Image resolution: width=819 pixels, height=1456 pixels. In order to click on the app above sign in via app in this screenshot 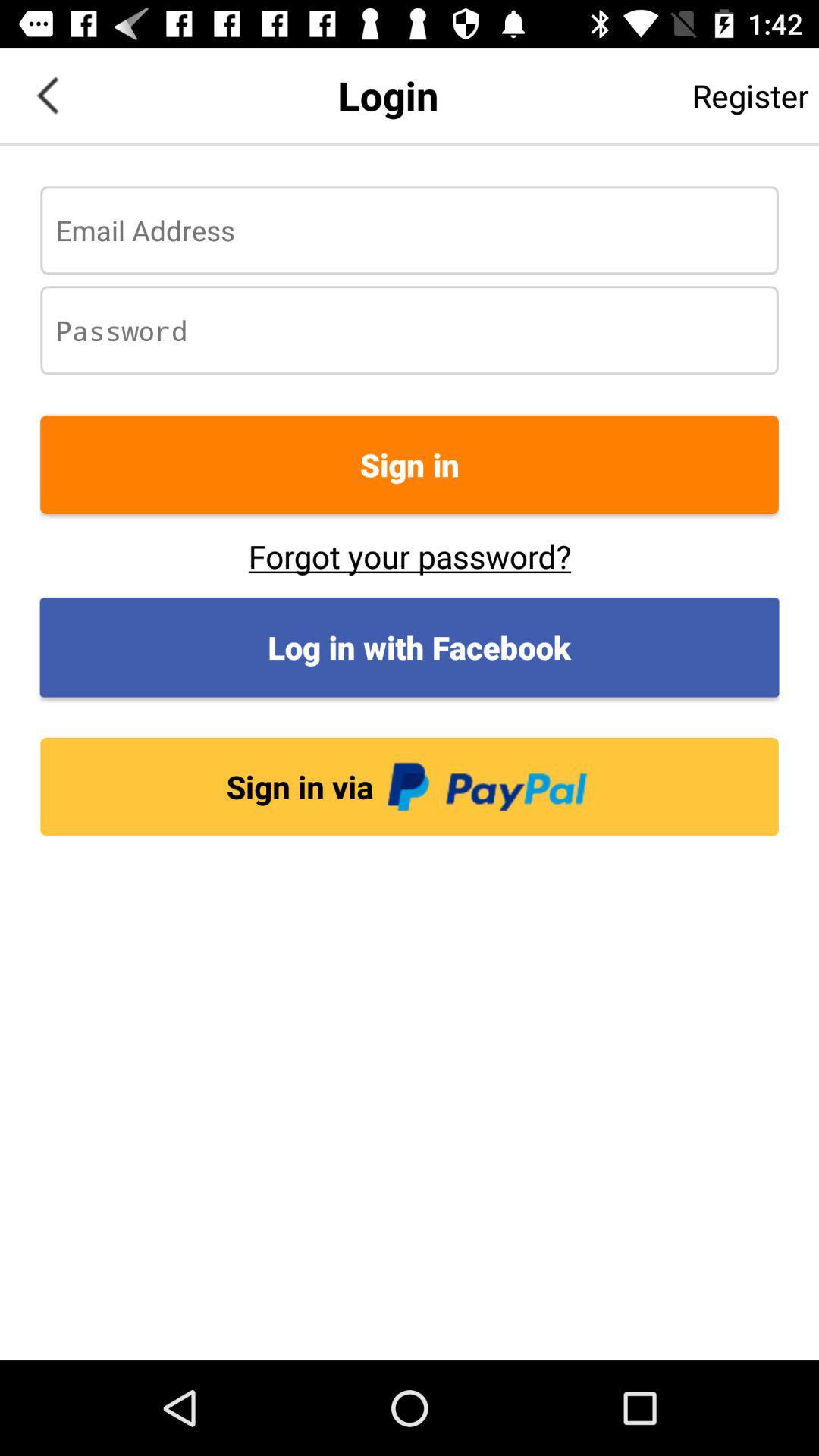, I will do `click(409, 647)`.